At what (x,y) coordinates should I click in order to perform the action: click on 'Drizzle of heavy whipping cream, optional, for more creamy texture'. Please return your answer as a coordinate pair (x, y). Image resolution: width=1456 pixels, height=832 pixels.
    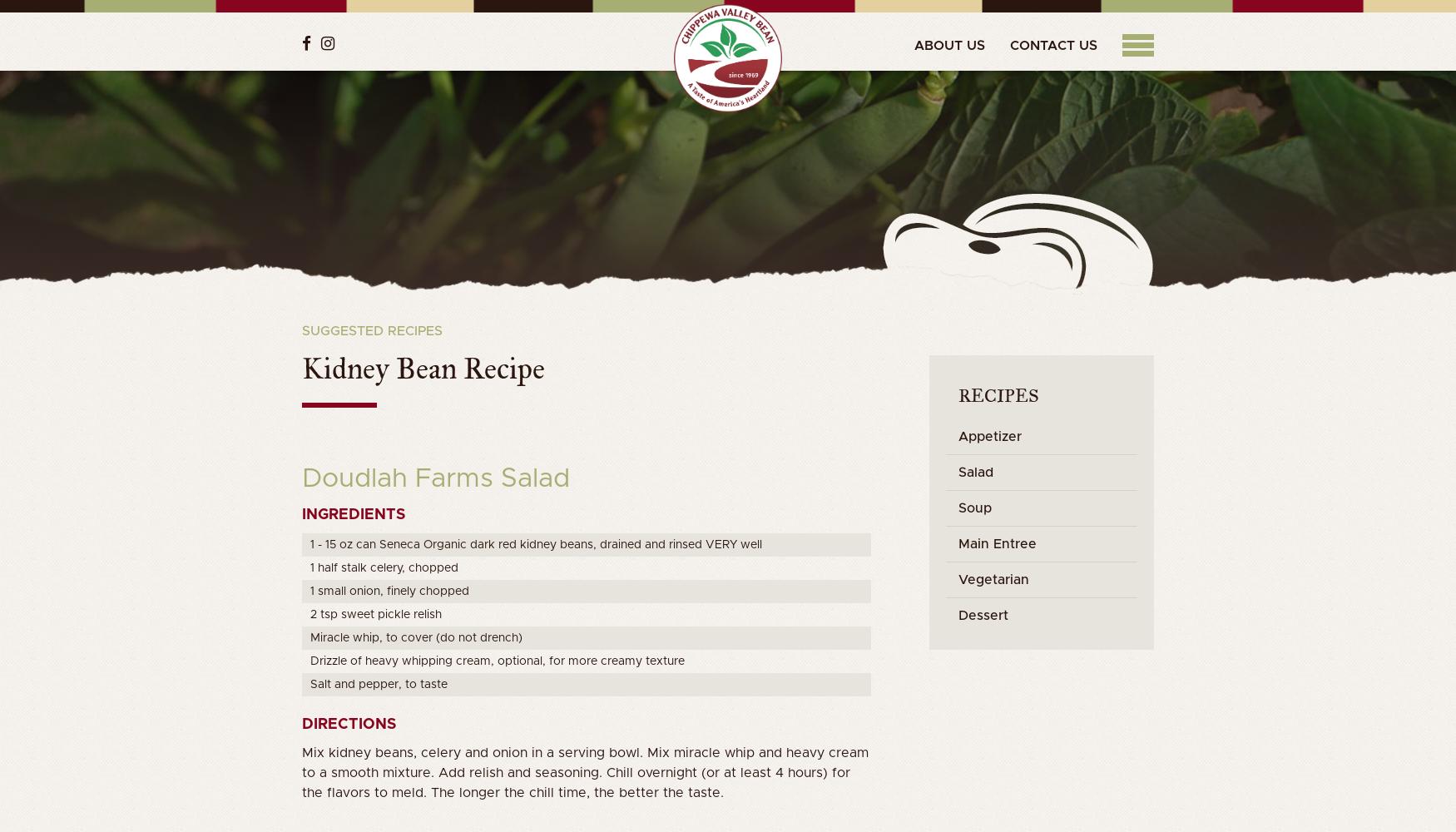
    Looking at the image, I should click on (497, 661).